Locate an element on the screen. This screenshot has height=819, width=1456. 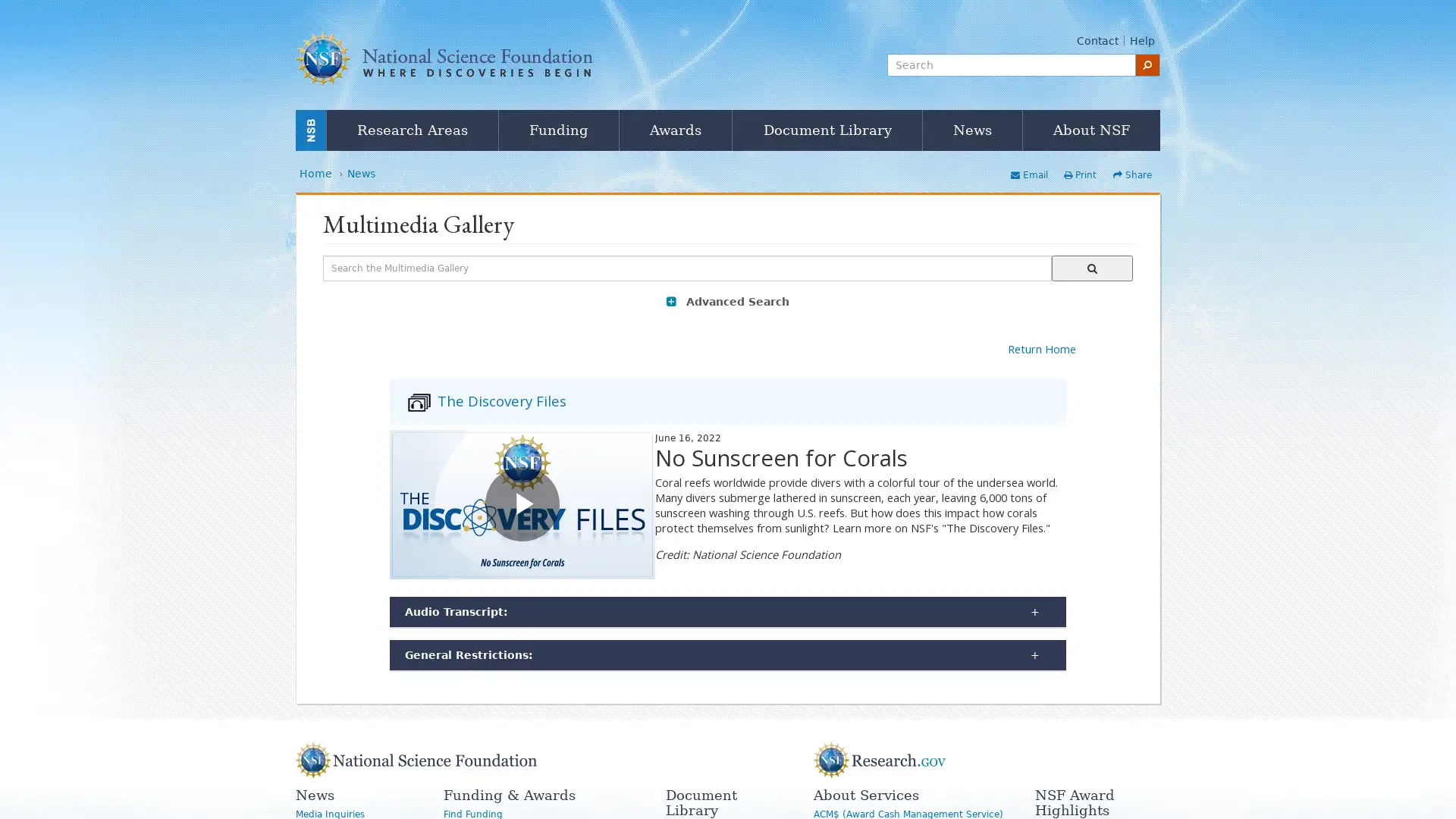
Share this page is located at coordinates (1132, 174).